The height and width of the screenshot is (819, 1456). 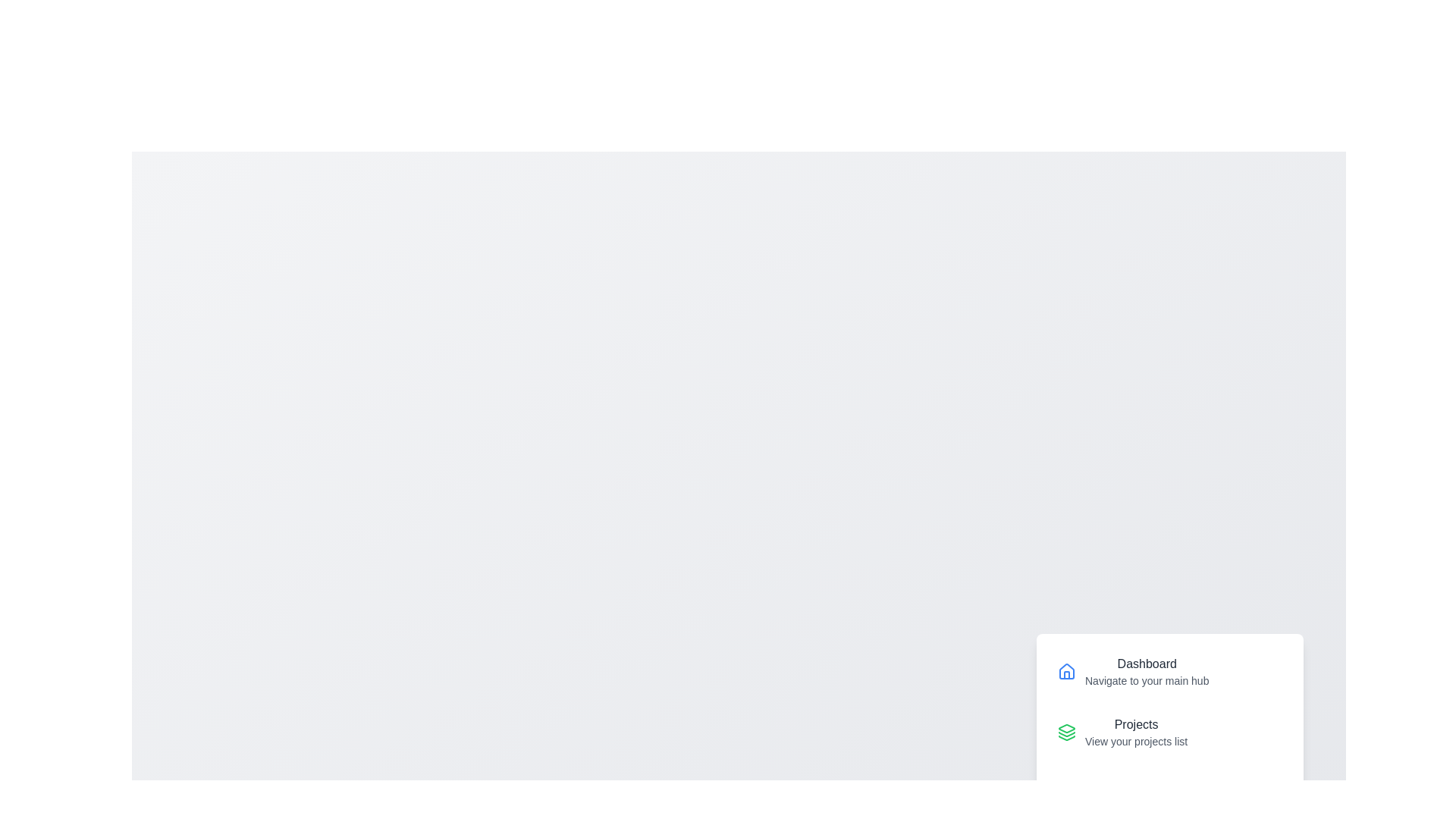 What do you see at coordinates (1169, 731) in the screenshot?
I see `the menu item labeled 'Projects' to reveal its details` at bounding box center [1169, 731].